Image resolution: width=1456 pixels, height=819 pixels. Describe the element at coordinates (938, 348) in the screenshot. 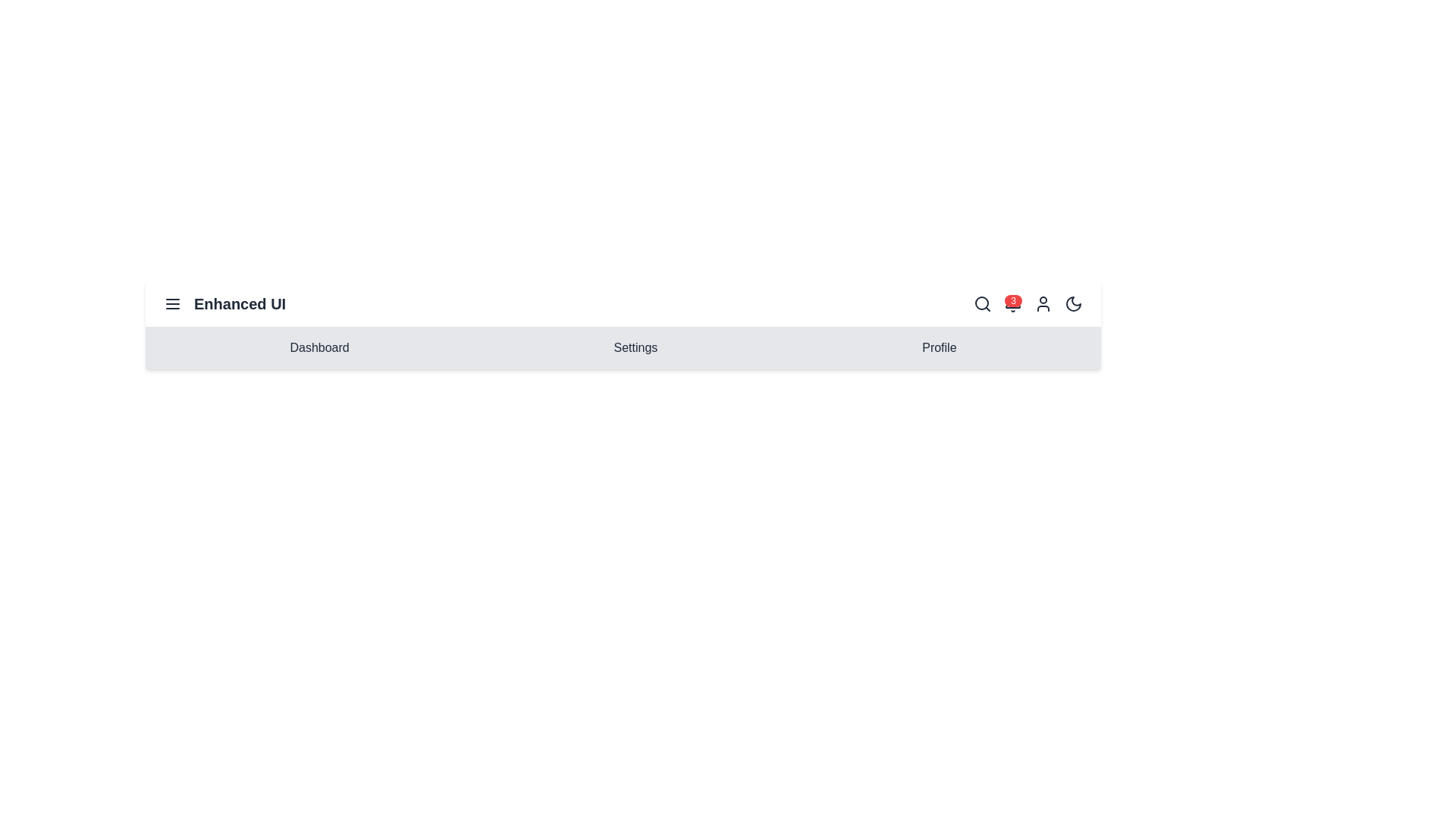

I see `the menu item Profile to navigate to the corresponding section` at that location.